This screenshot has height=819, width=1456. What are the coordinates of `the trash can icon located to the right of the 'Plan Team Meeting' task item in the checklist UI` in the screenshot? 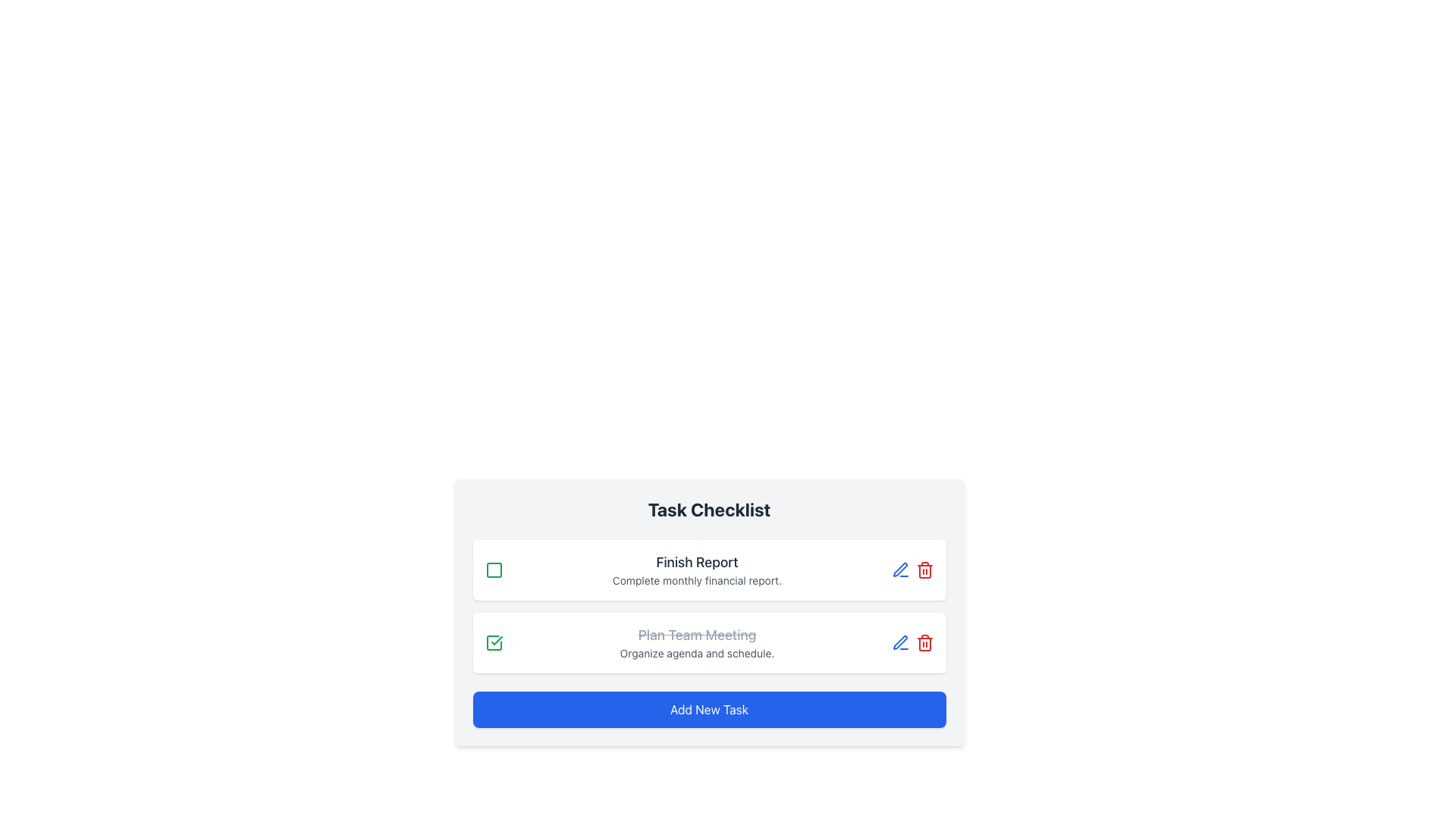 It's located at (924, 571).